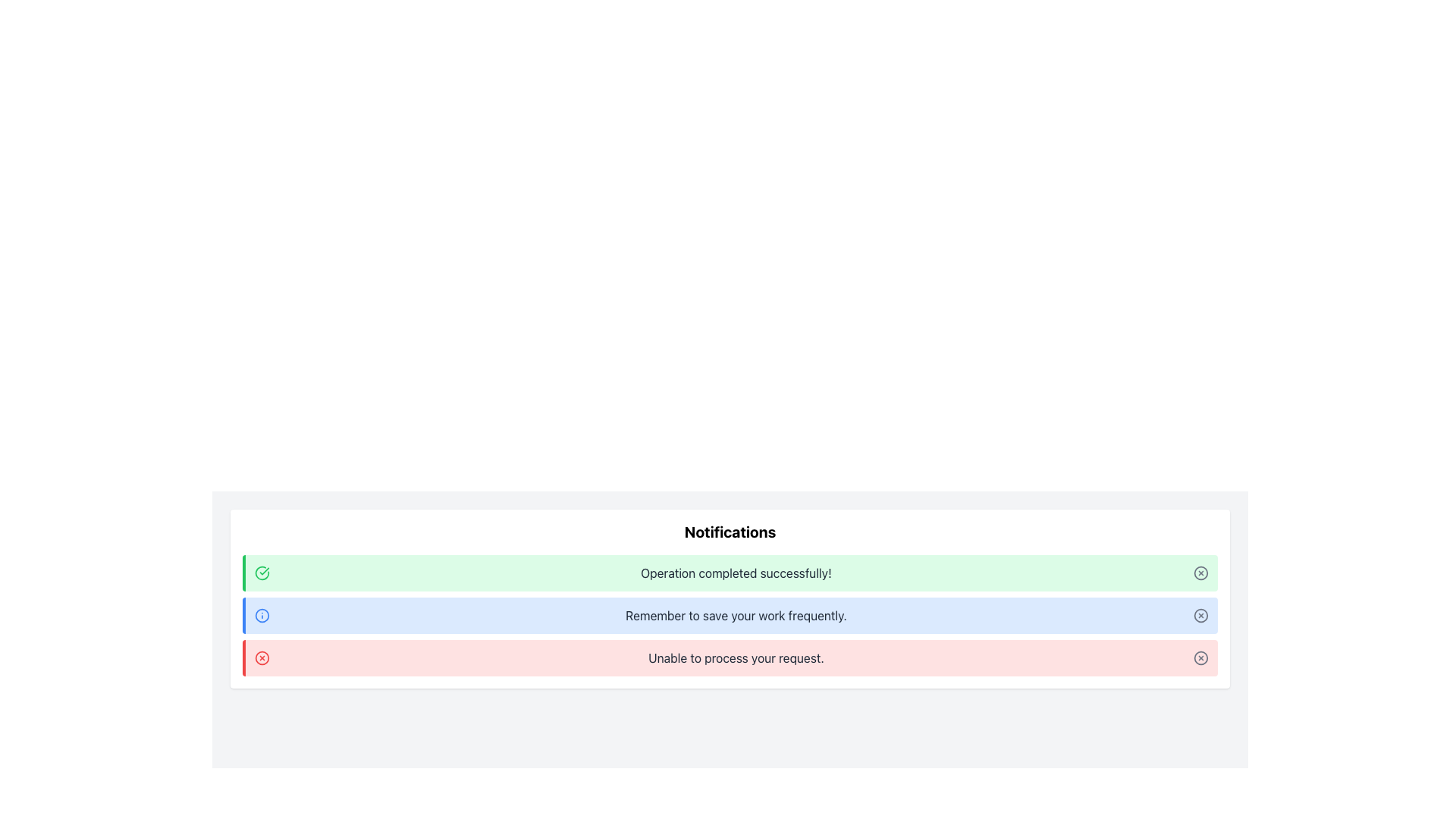 The width and height of the screenshot is (1456, 819). What do you see at coordinates (262, 573) in the screenshot?
I see `the indication represented` at bounding box center [262, 573].